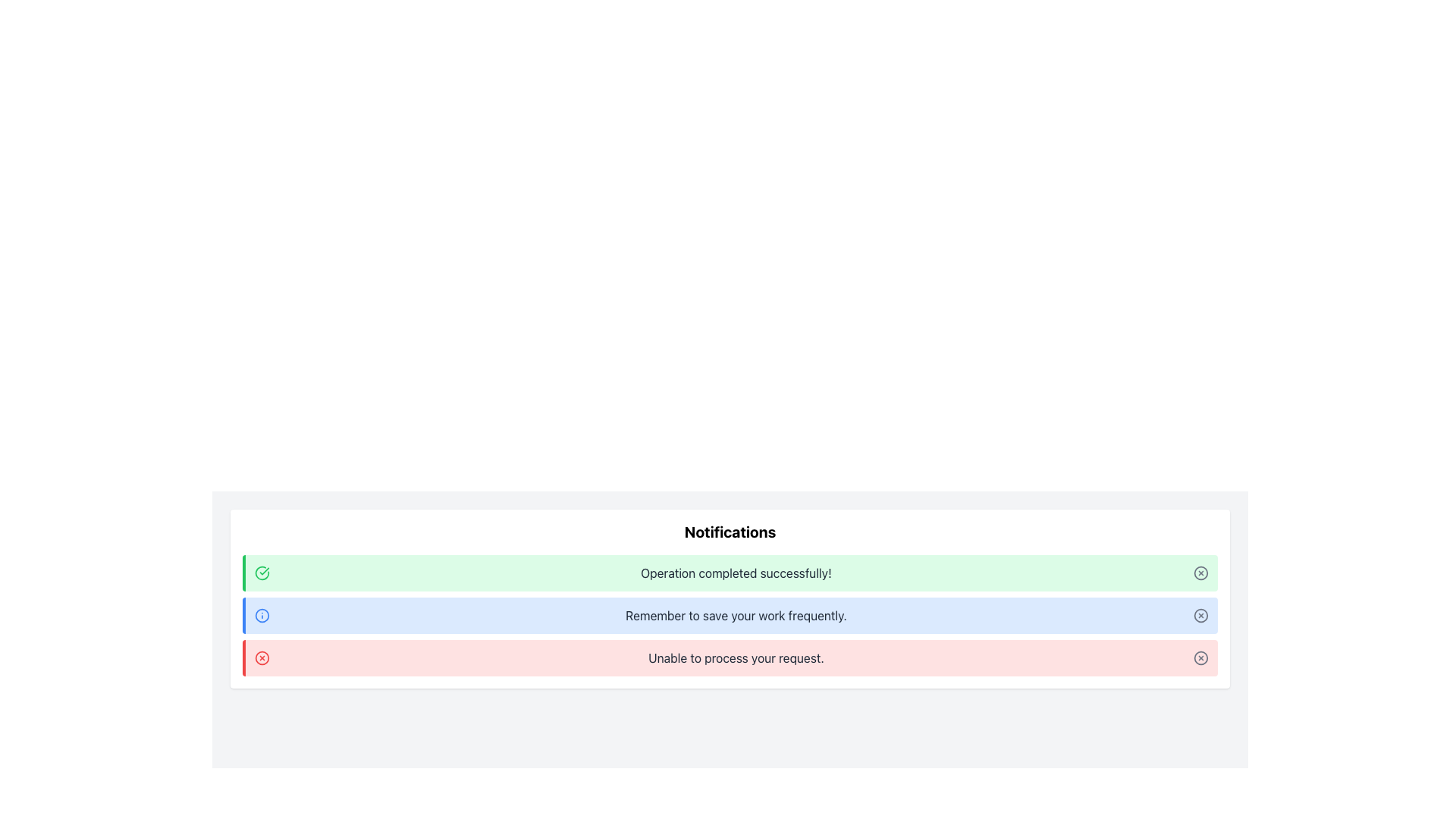 The width and height of the screenshot is (1456, 819). What do you see at coordinates (262, 573) in the screenshot?
I see `the indication represented` at bounding box center [262, 573].